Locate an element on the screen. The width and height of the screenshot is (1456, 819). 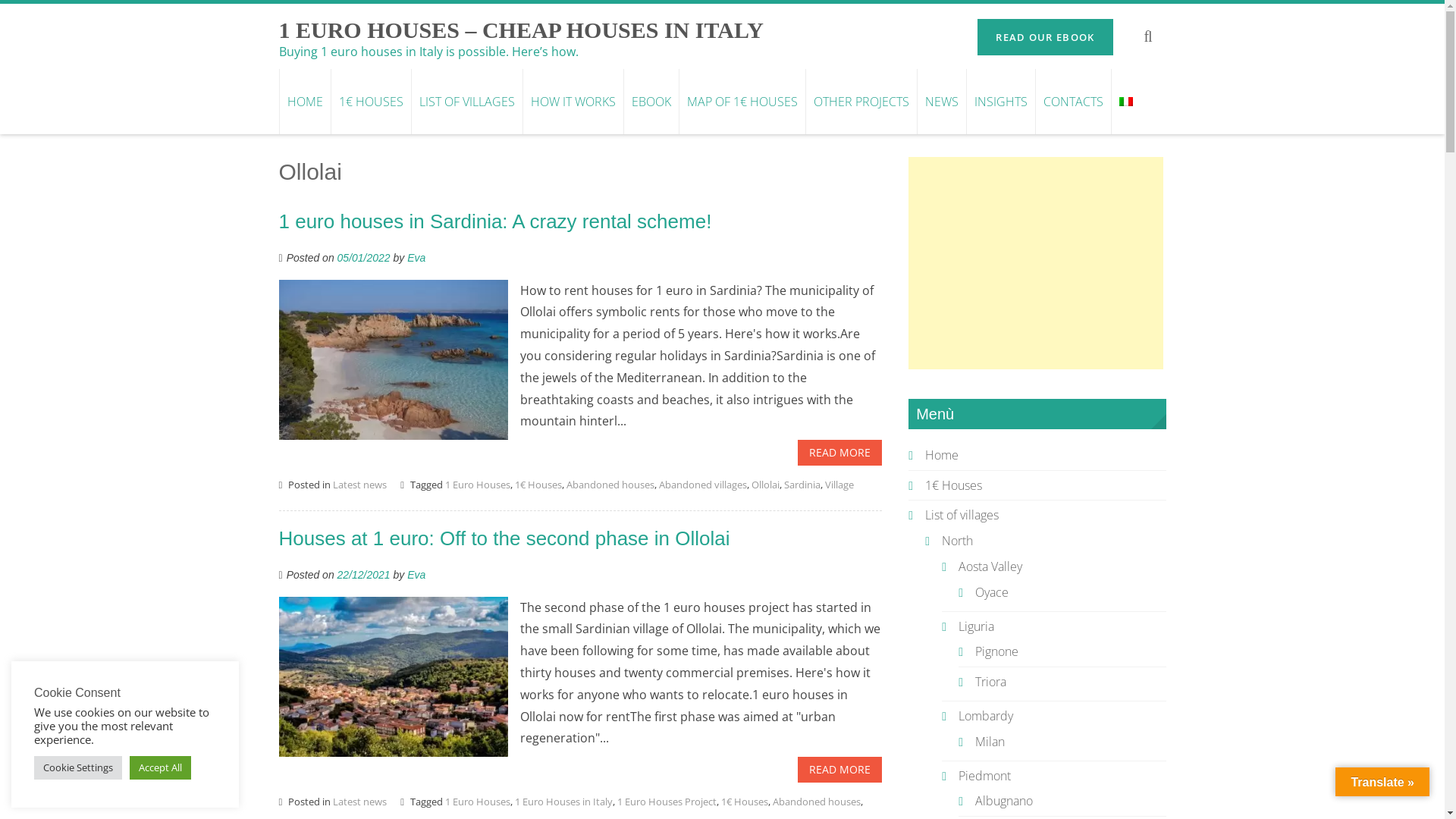
'Home' is located at coordinates (941, 454).